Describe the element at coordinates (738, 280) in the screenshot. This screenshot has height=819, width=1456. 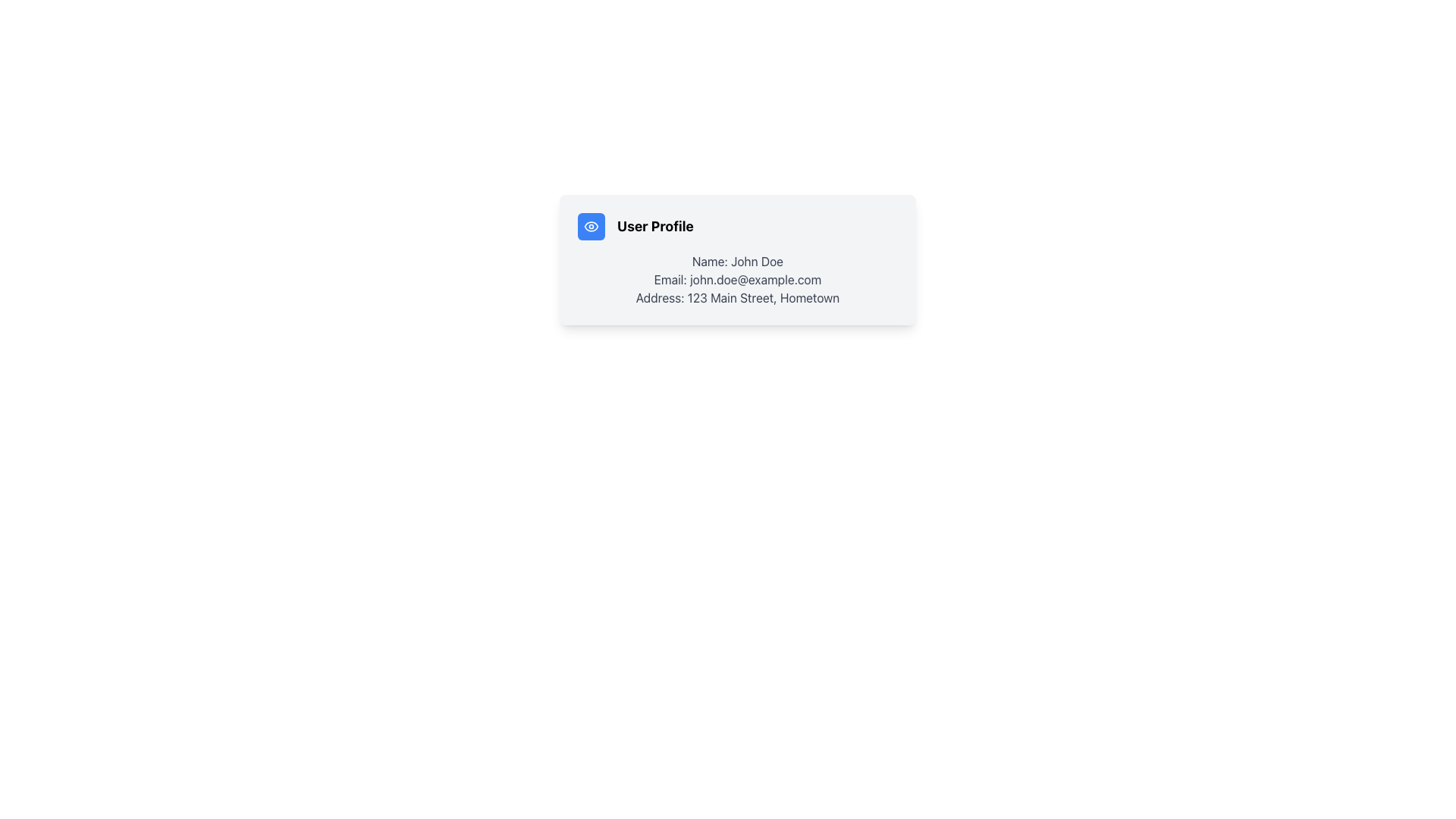
I see `the text block containing user information, including name, email, and address, which is located centrally below the 'User Profile' title` at that location.